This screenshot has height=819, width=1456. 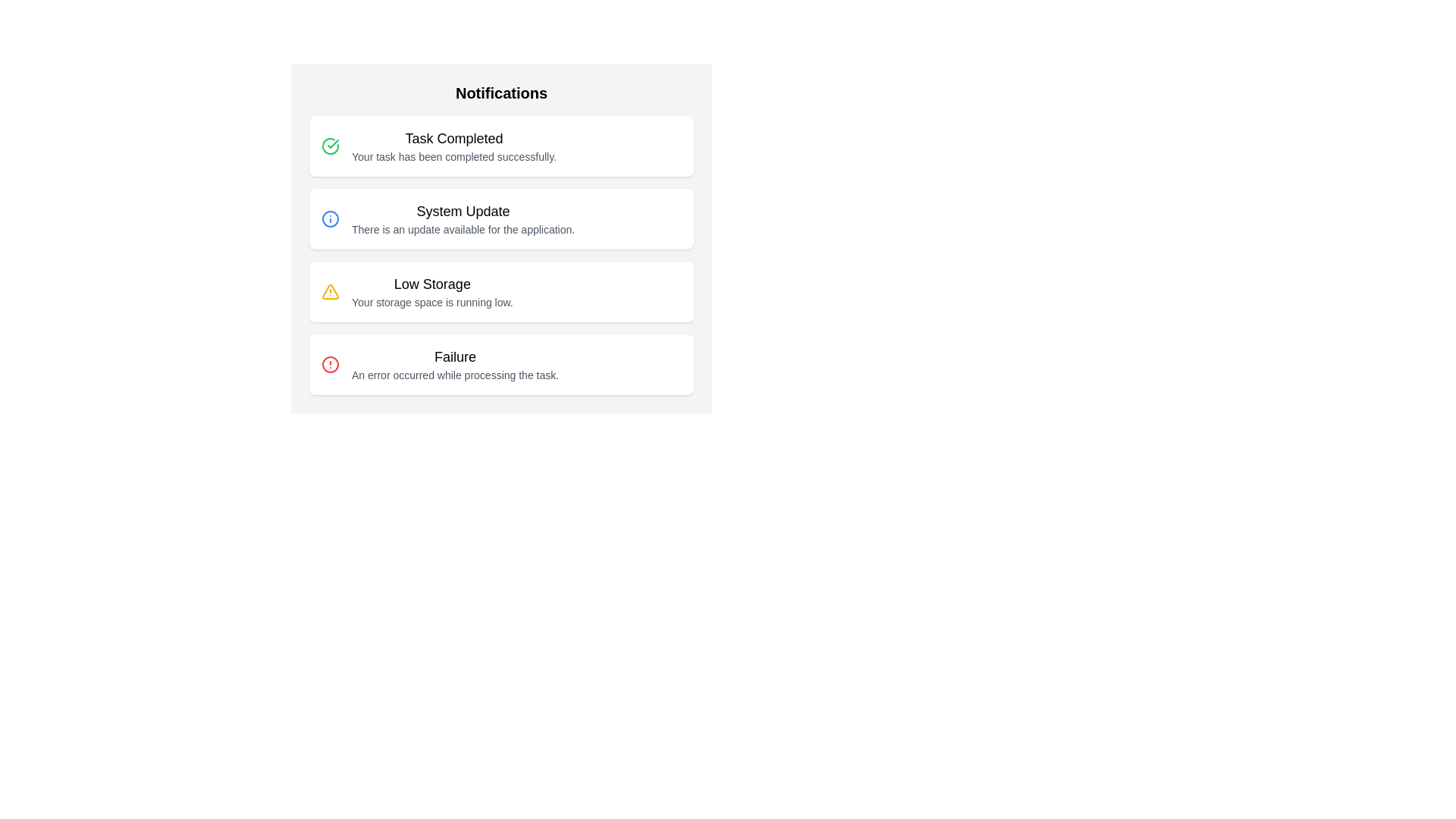 What do you see at coordinates (463, 219) in the screenshot?
I see `the static text display element containing the header 'System Update' and subtext 'There is an update available for the application.'` at bounding box center [463, 219].